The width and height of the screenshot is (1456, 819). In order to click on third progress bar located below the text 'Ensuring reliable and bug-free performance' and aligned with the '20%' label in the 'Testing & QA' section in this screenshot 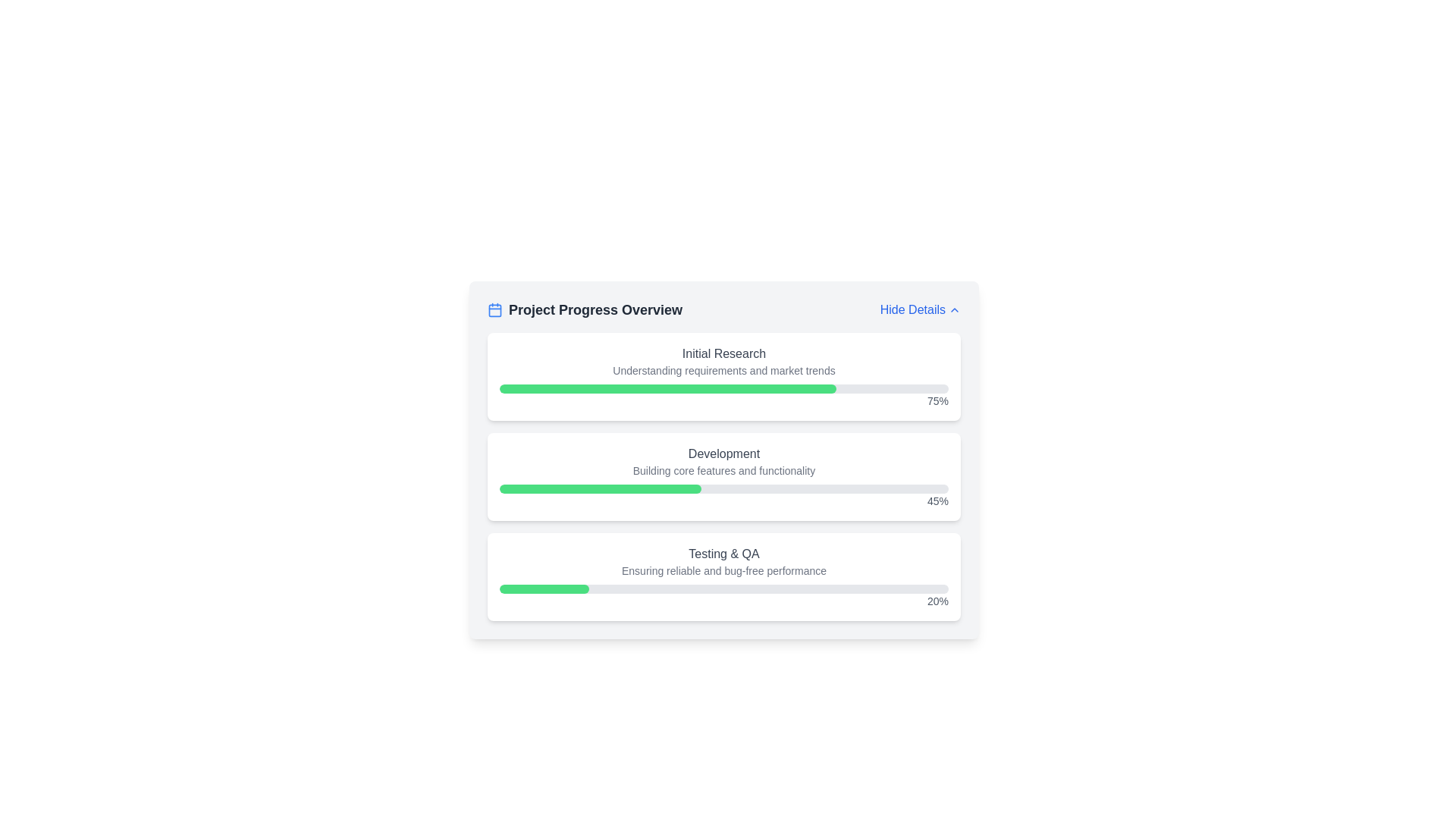, I will do `click(723, 588)`.